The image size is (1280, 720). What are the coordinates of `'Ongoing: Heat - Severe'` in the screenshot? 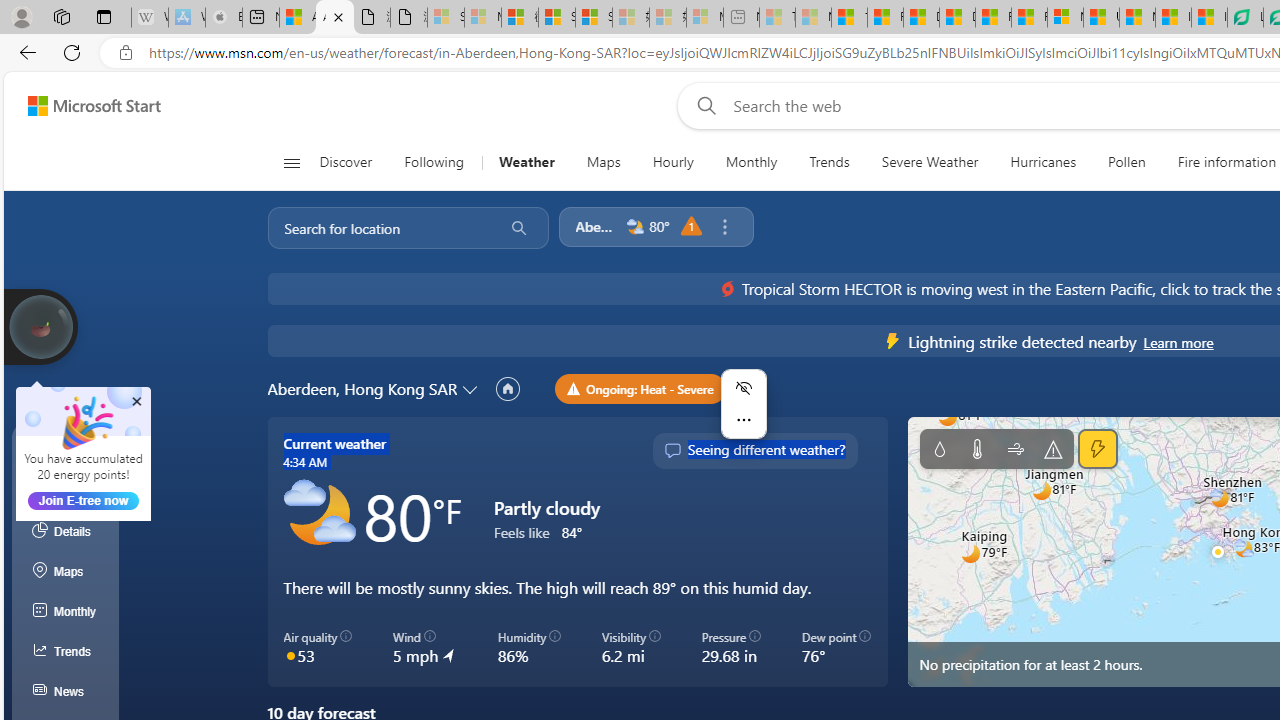 It's located at (640, 388).